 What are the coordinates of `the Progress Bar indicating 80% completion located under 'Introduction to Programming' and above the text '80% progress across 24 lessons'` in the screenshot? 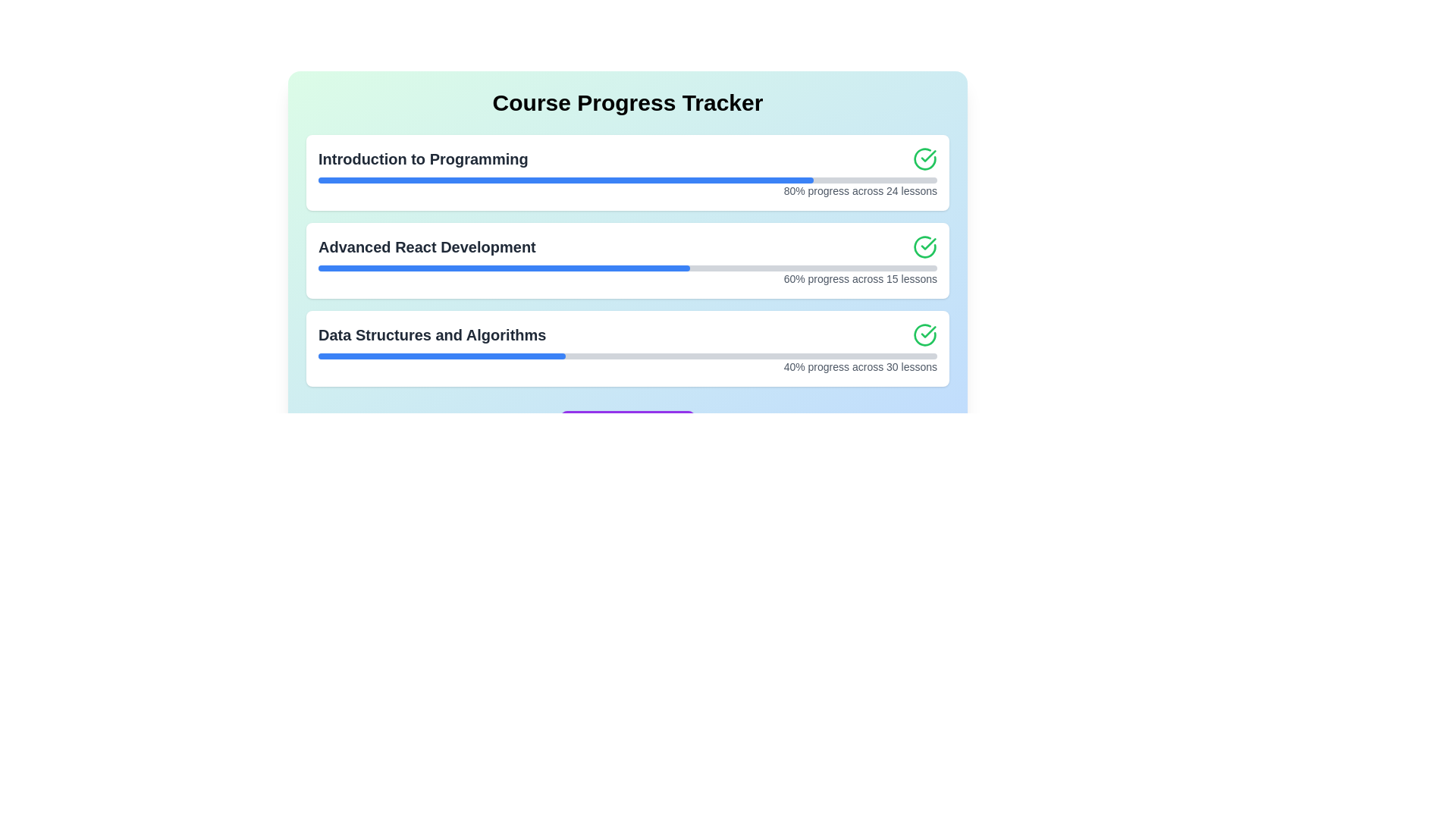 It's located at (628, 180).